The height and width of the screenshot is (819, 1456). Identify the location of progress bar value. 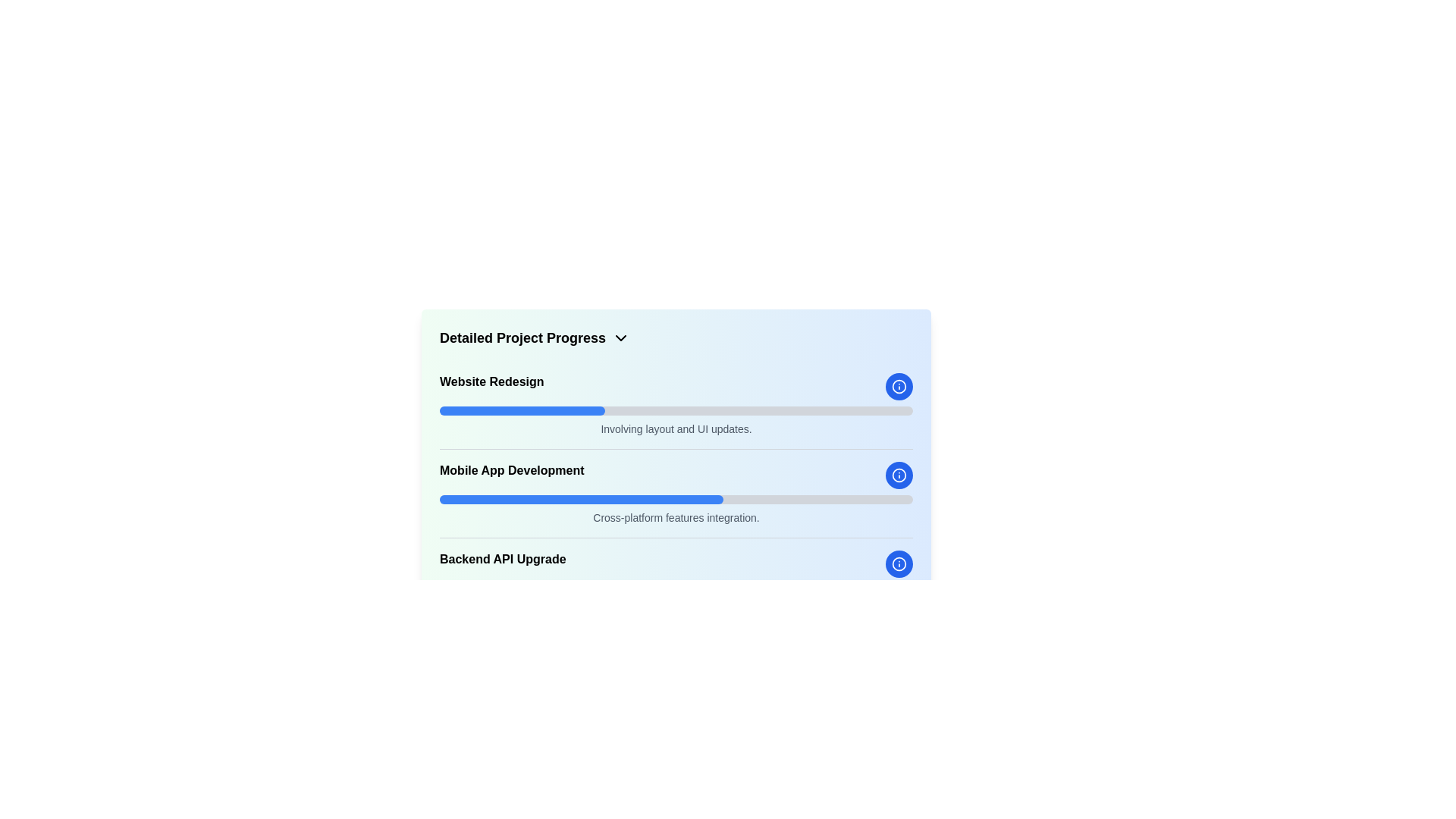
(472, 500).